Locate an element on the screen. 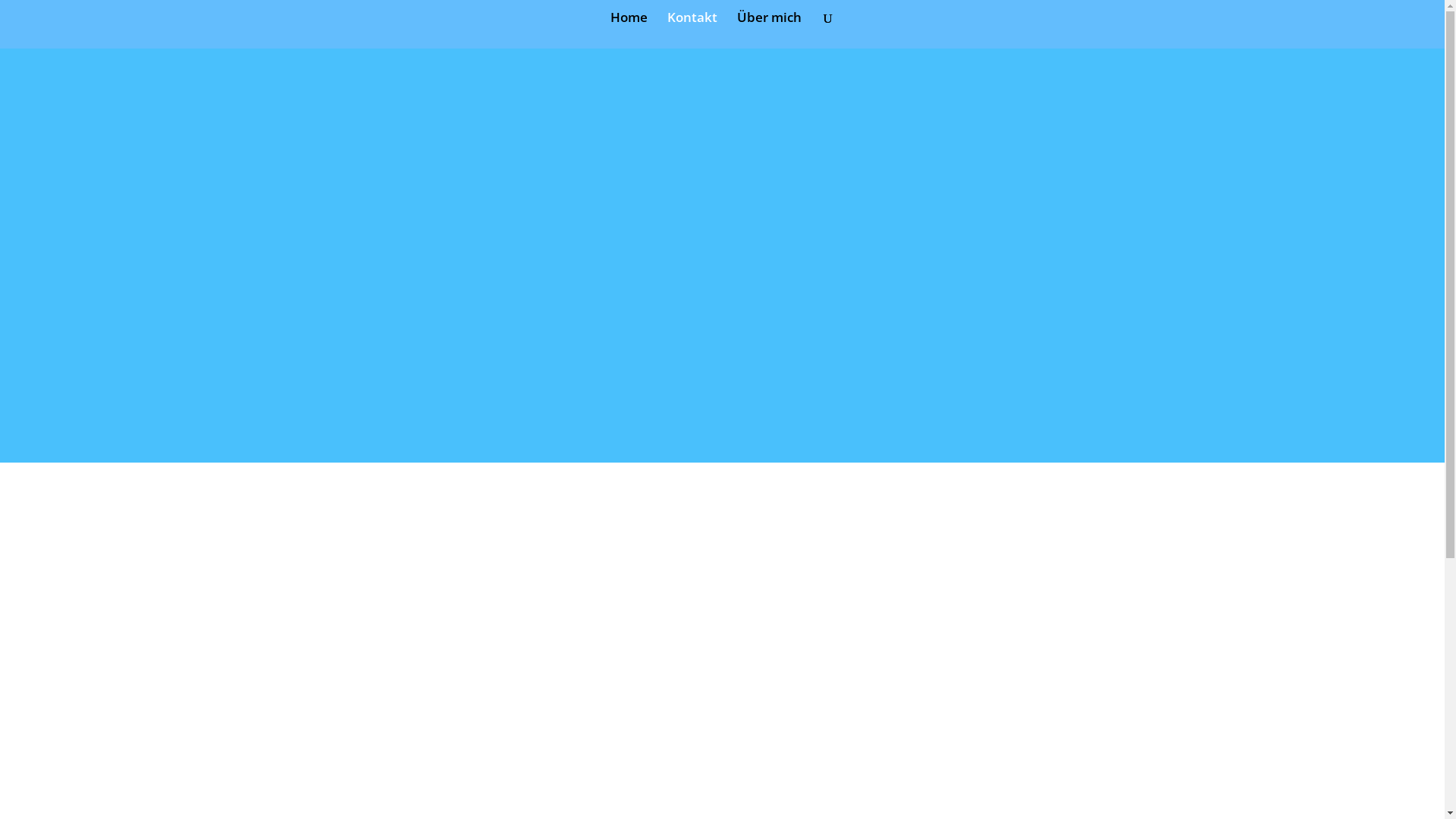 The height and width of the screenshot is (819, 1456). 'Home' is located at coordinates (628, 30).